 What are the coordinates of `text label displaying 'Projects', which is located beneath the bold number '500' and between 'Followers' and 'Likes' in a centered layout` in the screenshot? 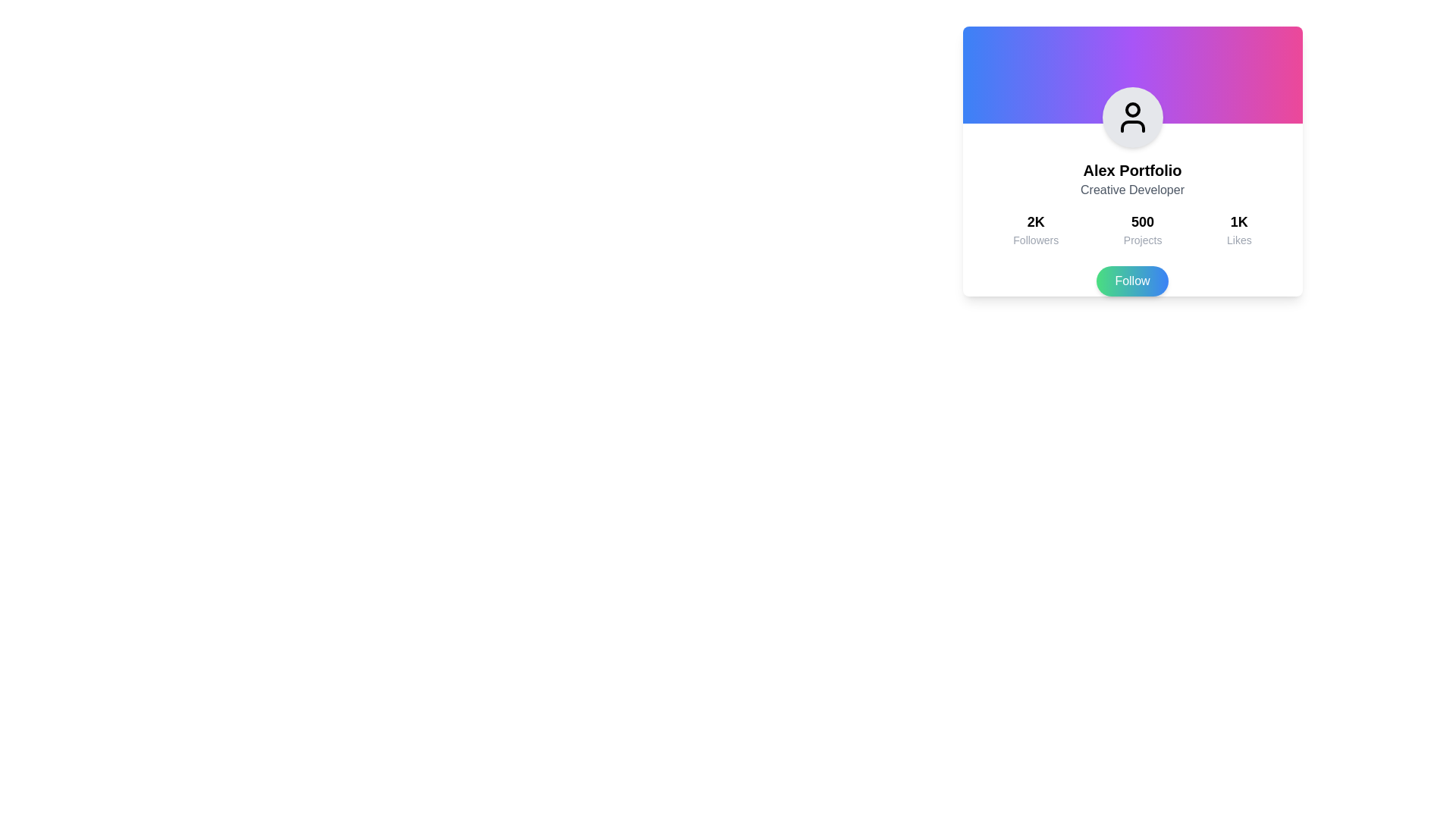 It's located at (1143, 239).